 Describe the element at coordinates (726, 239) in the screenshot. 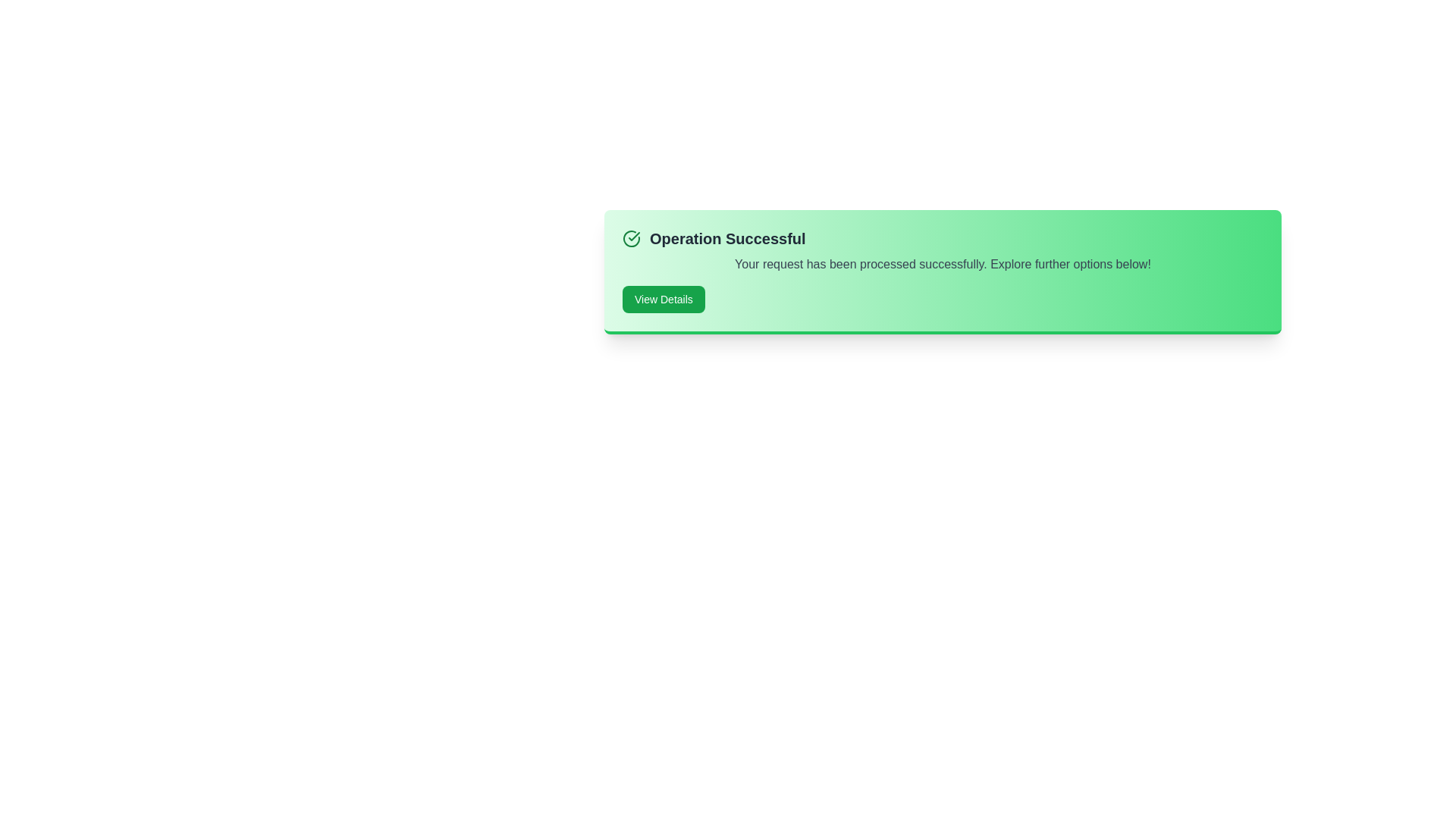

I see `the text 'Operation Successful' in the alert title` at that location.